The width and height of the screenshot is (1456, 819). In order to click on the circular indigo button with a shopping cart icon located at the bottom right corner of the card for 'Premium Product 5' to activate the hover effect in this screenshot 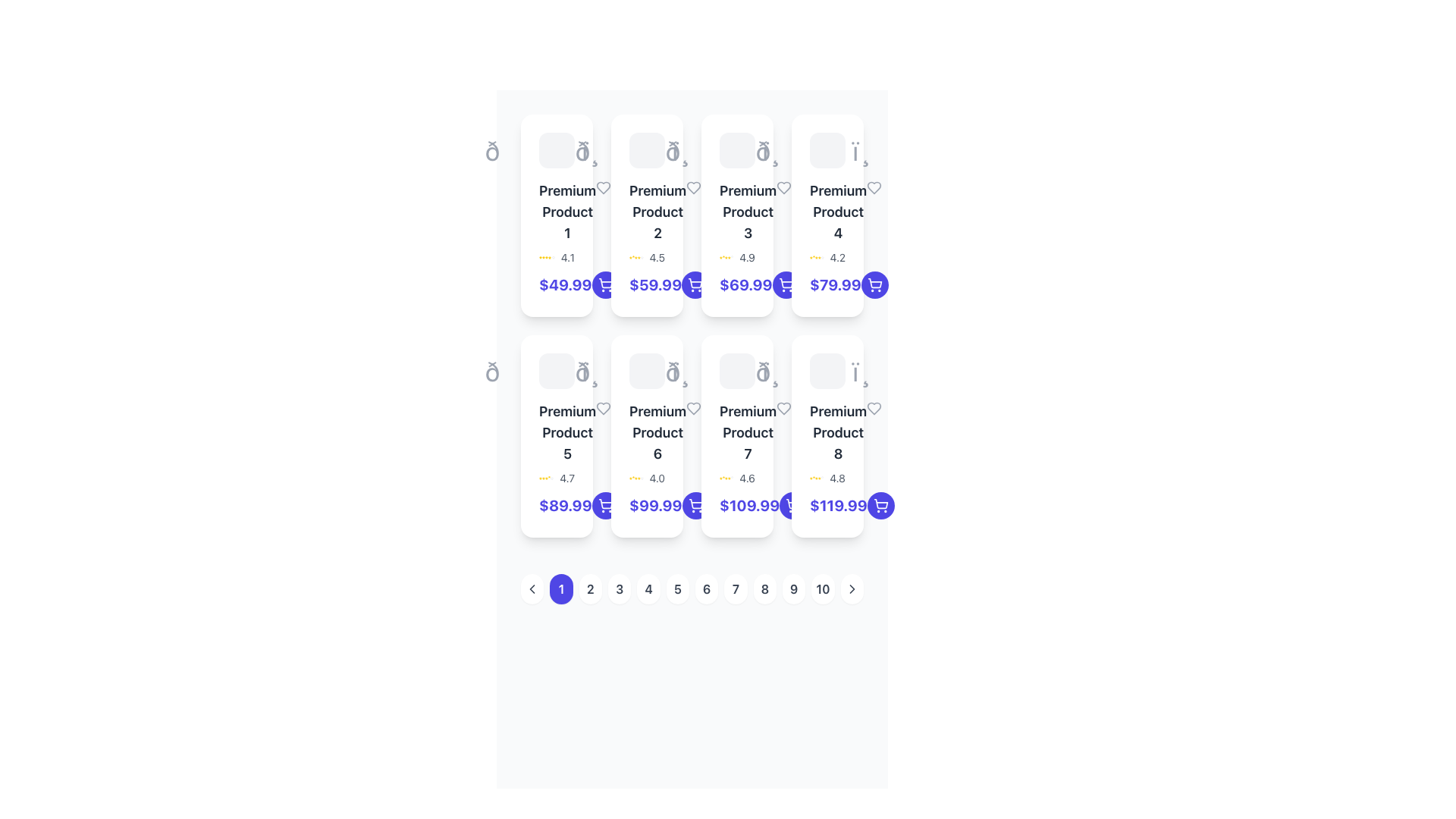, I will do `click(604, 506)`.